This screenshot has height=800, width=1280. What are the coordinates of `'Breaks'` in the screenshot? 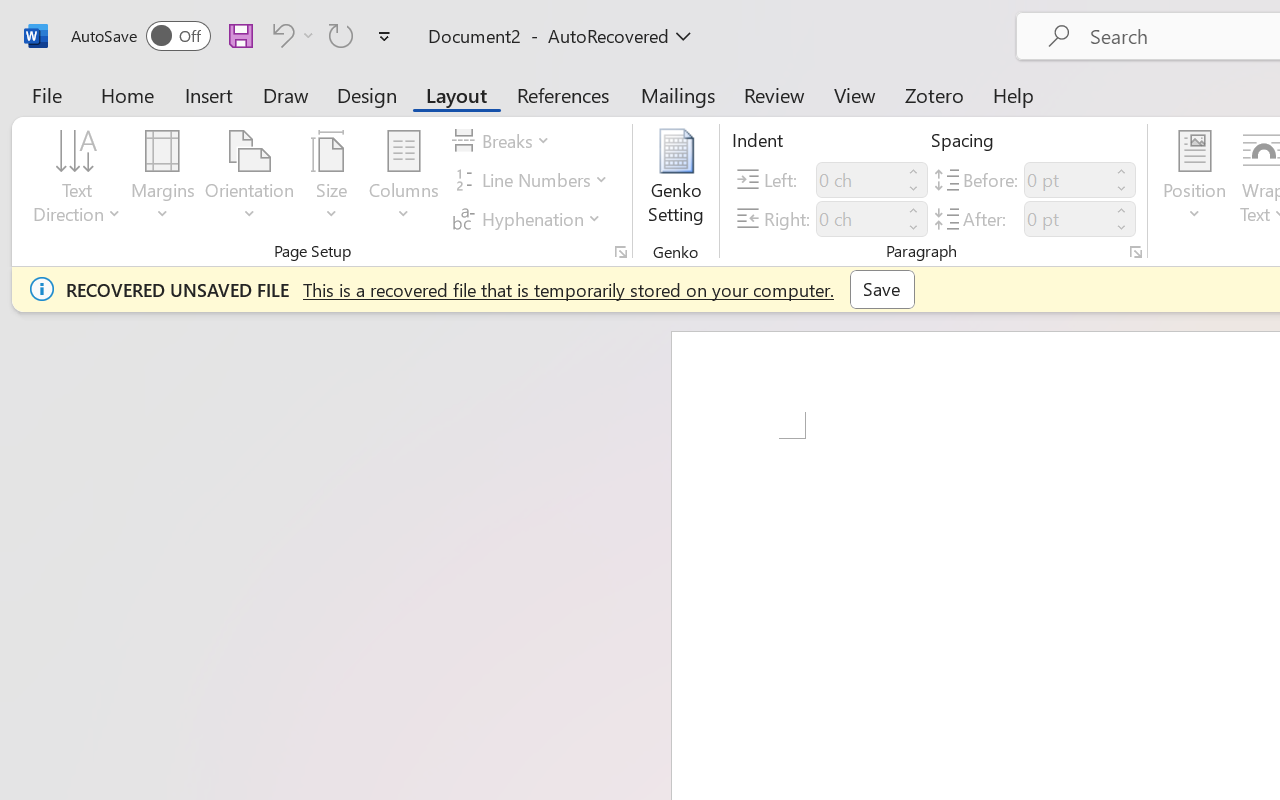 It's located at (504, 141).